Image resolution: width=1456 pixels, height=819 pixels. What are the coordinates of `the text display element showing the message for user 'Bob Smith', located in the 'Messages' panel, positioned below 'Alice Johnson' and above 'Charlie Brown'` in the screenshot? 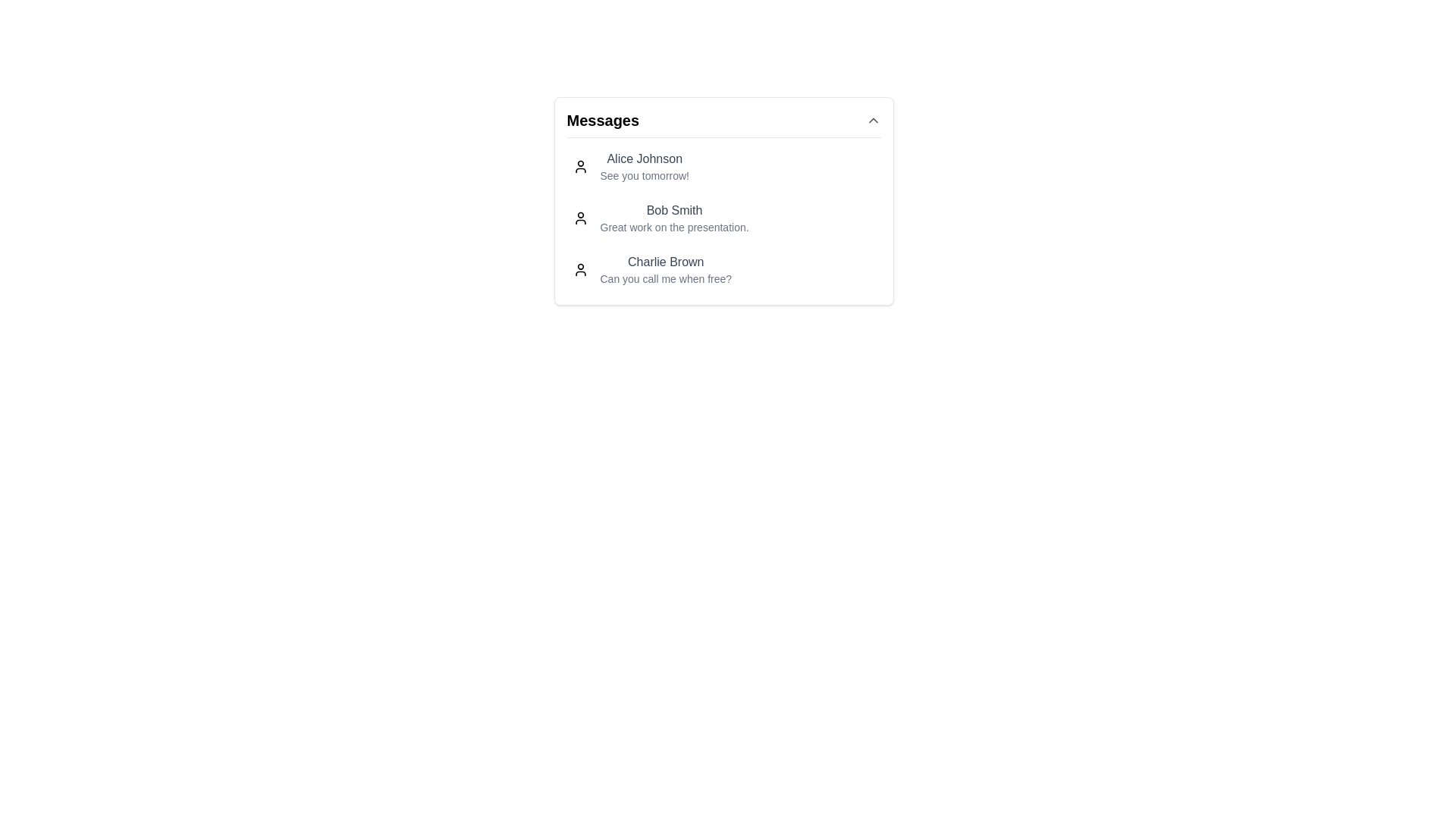 It's located at (673, 218).